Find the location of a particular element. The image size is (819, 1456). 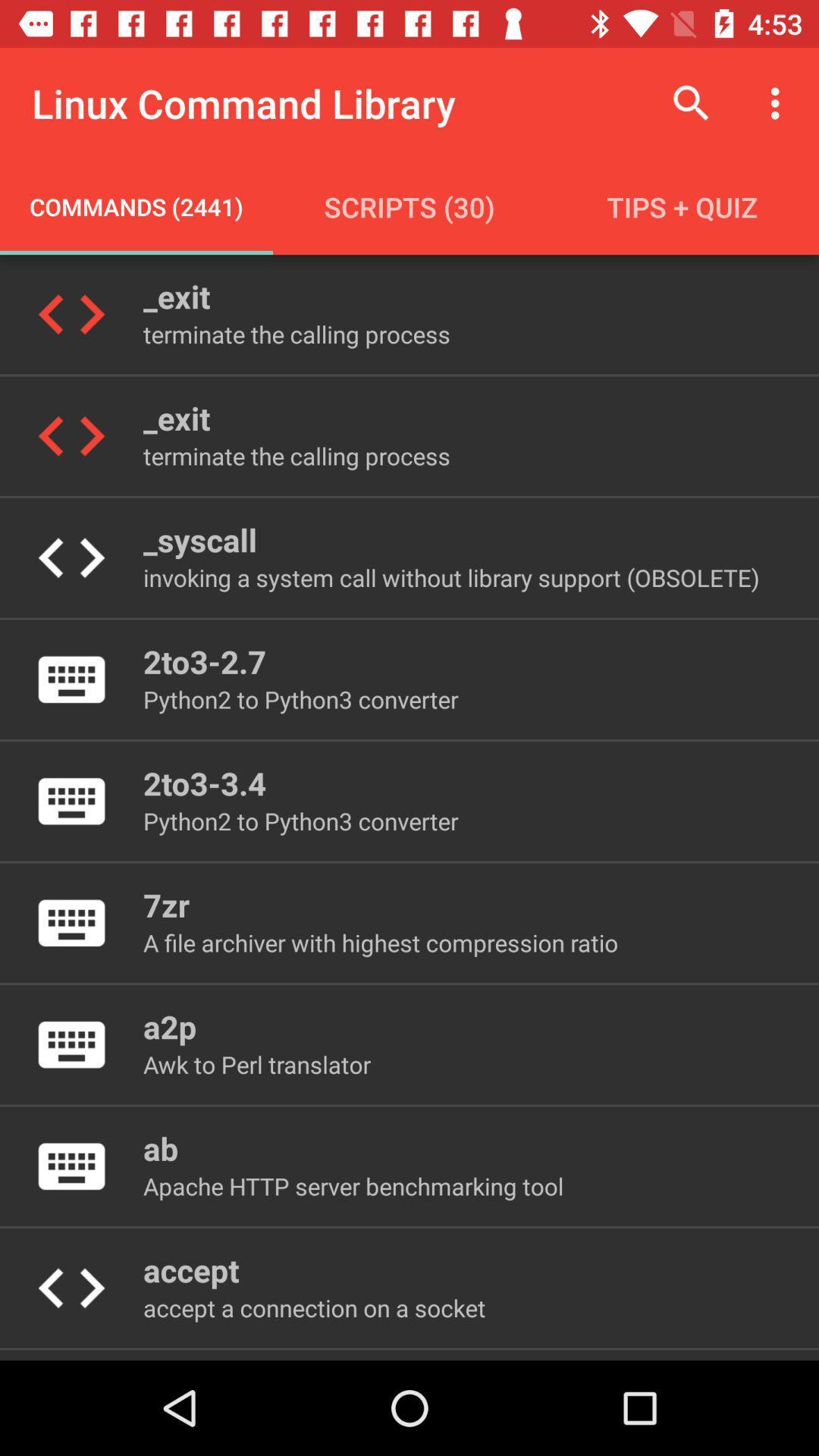

the invoking a system item is located at coordinates (450, 576).